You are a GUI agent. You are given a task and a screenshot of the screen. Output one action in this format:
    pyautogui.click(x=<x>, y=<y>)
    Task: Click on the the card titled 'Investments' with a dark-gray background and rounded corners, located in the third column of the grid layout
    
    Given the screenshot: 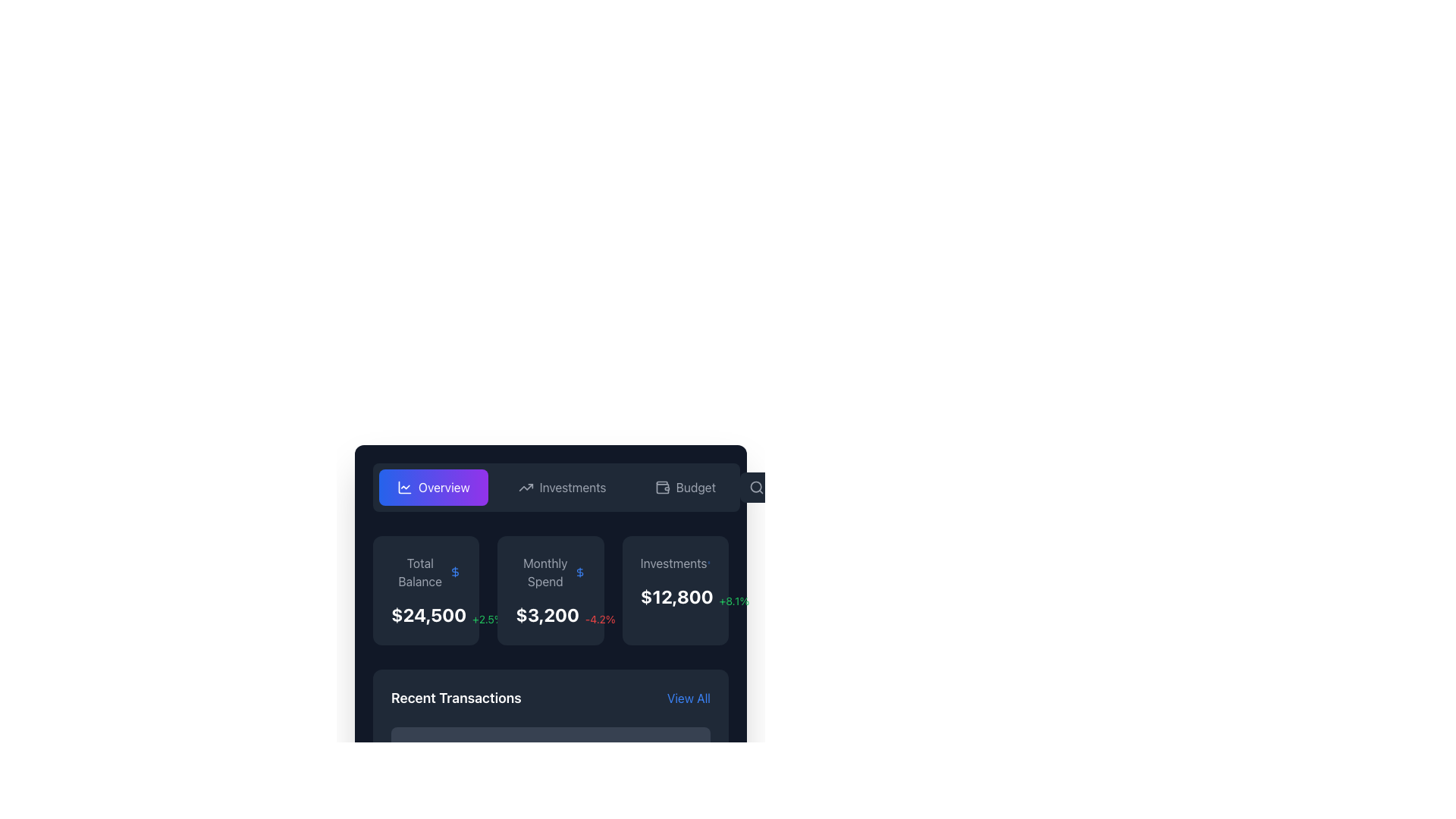 What is the action you would take?
    pyautogui.click(x=674, y=590)
    